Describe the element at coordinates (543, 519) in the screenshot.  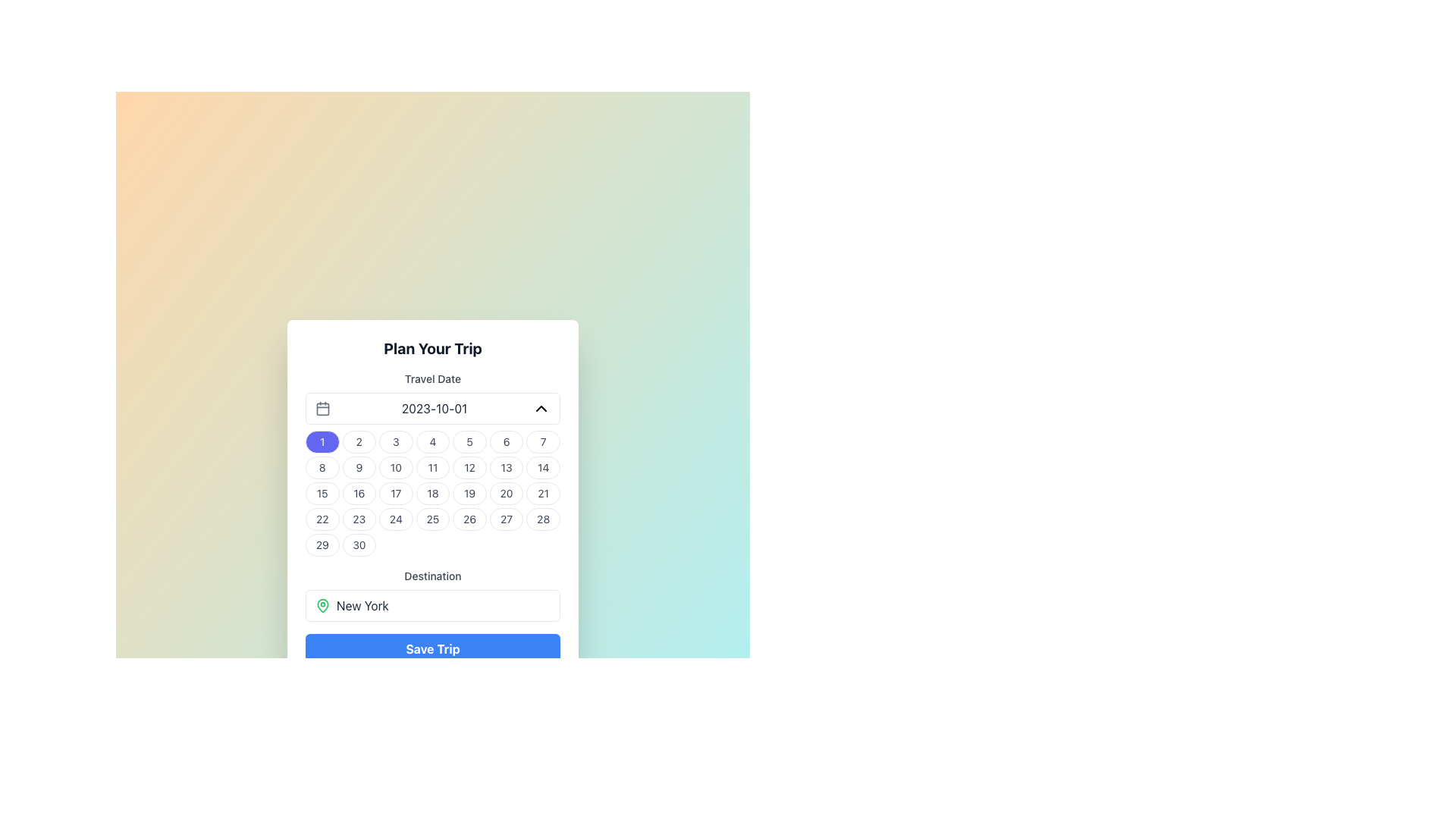
I see `the rounded button displaying the number '28' in the calendar interface` at that location.